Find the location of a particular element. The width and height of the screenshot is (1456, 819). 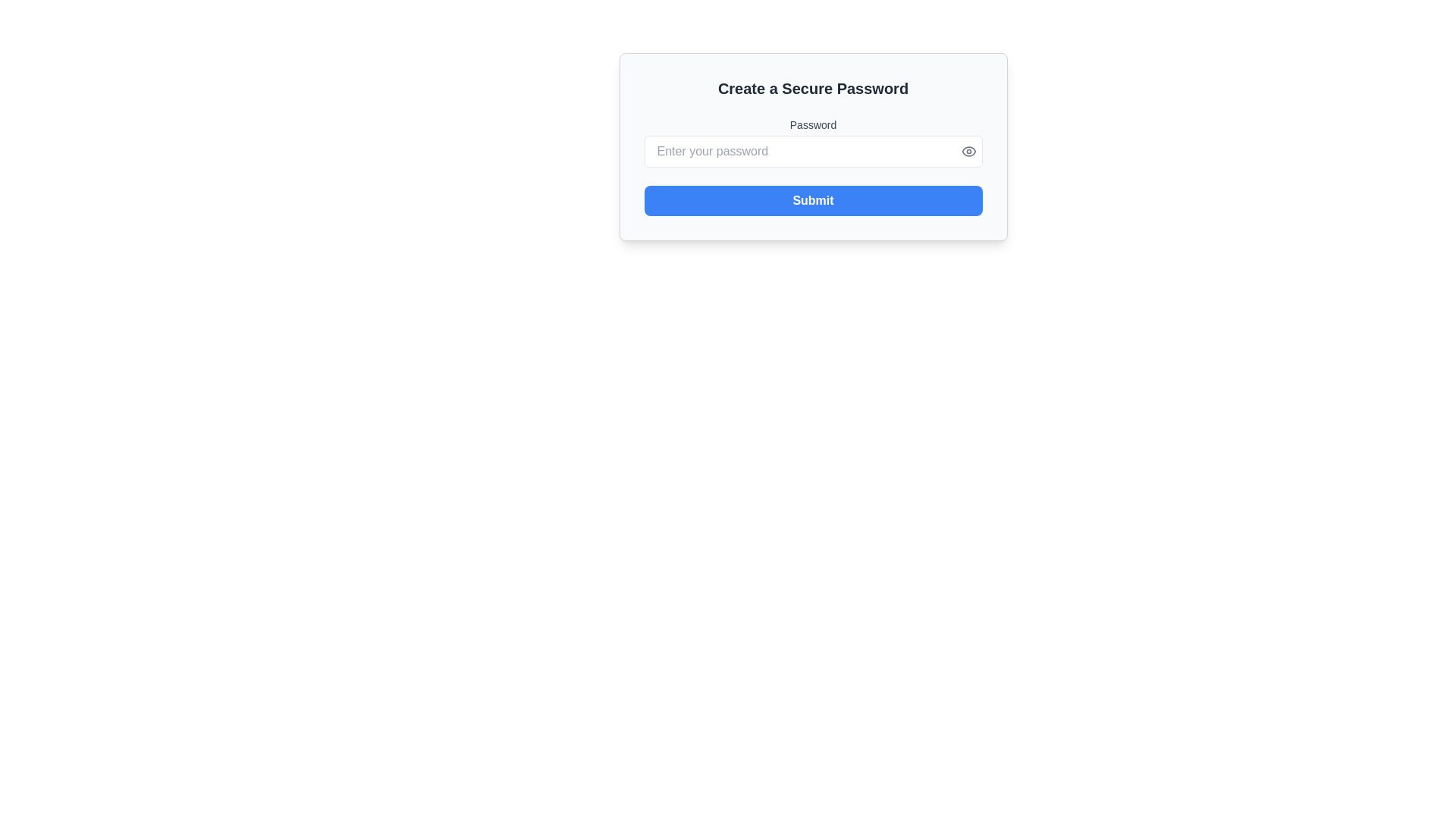

the 'Submit' button with a bold white font on a vibrant blue background is located at coordinates (812, 200).